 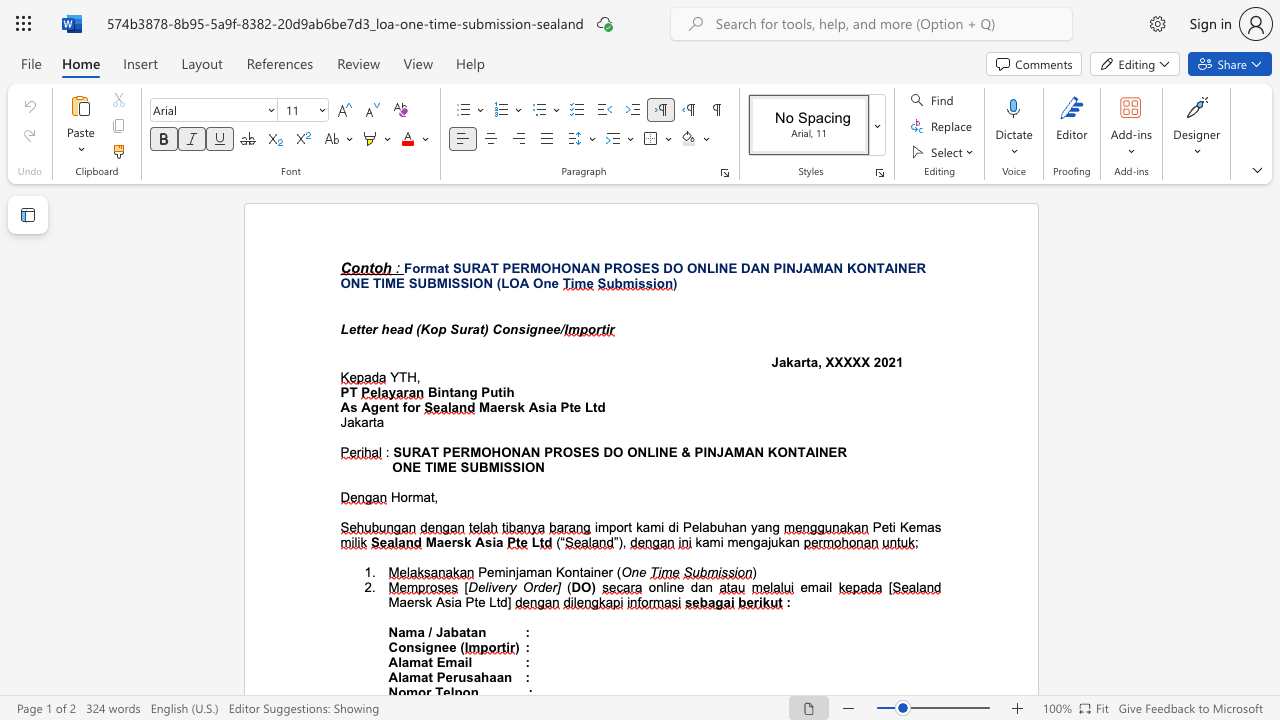 What do you see at coordinates (501, 328) in the screenshot?
I see `the space between the continuous character "C" and "o" in the text` at bounding box center [501, 328].